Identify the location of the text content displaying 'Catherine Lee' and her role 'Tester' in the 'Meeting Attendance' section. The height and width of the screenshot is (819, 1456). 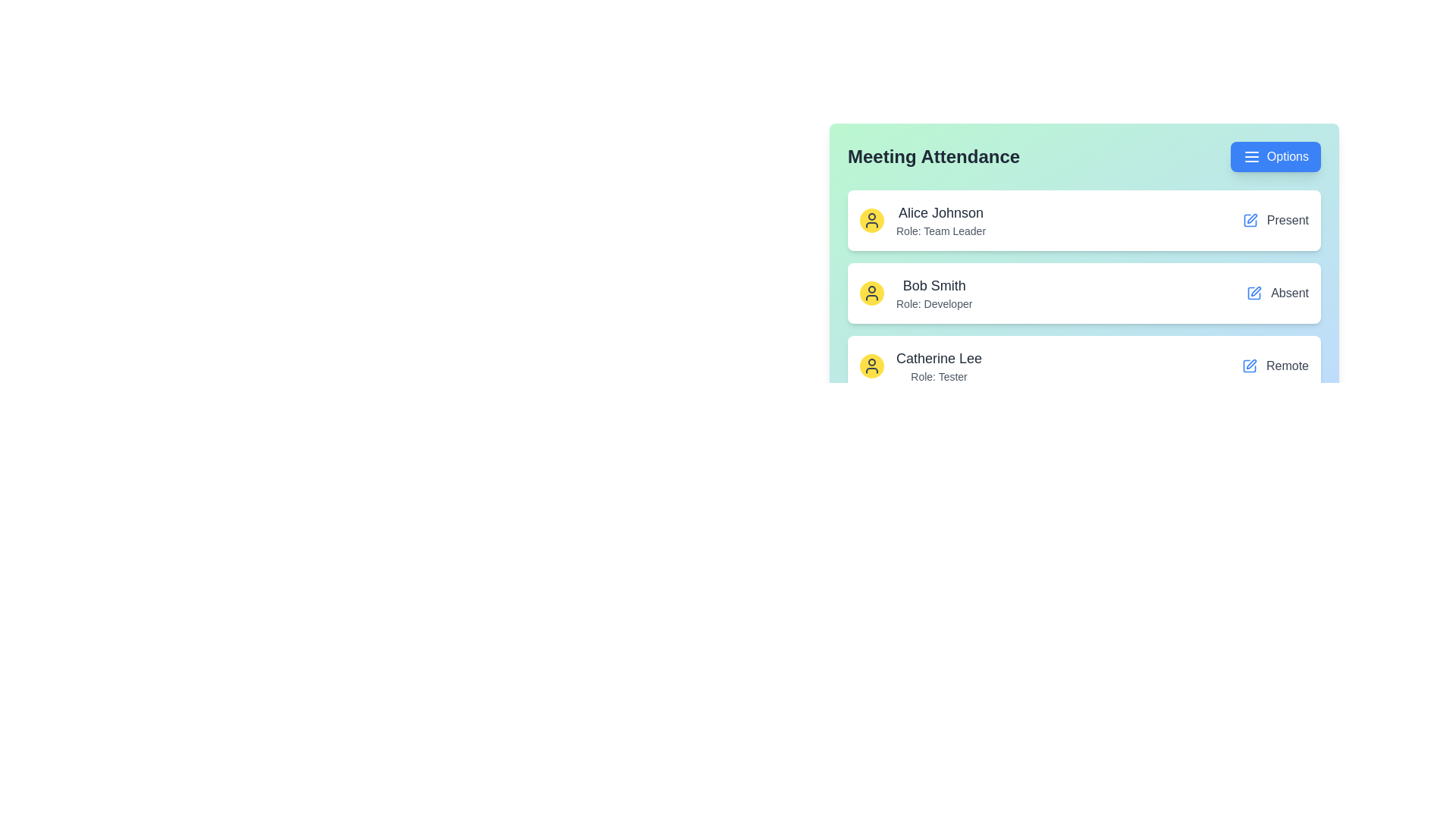
(938, 366).